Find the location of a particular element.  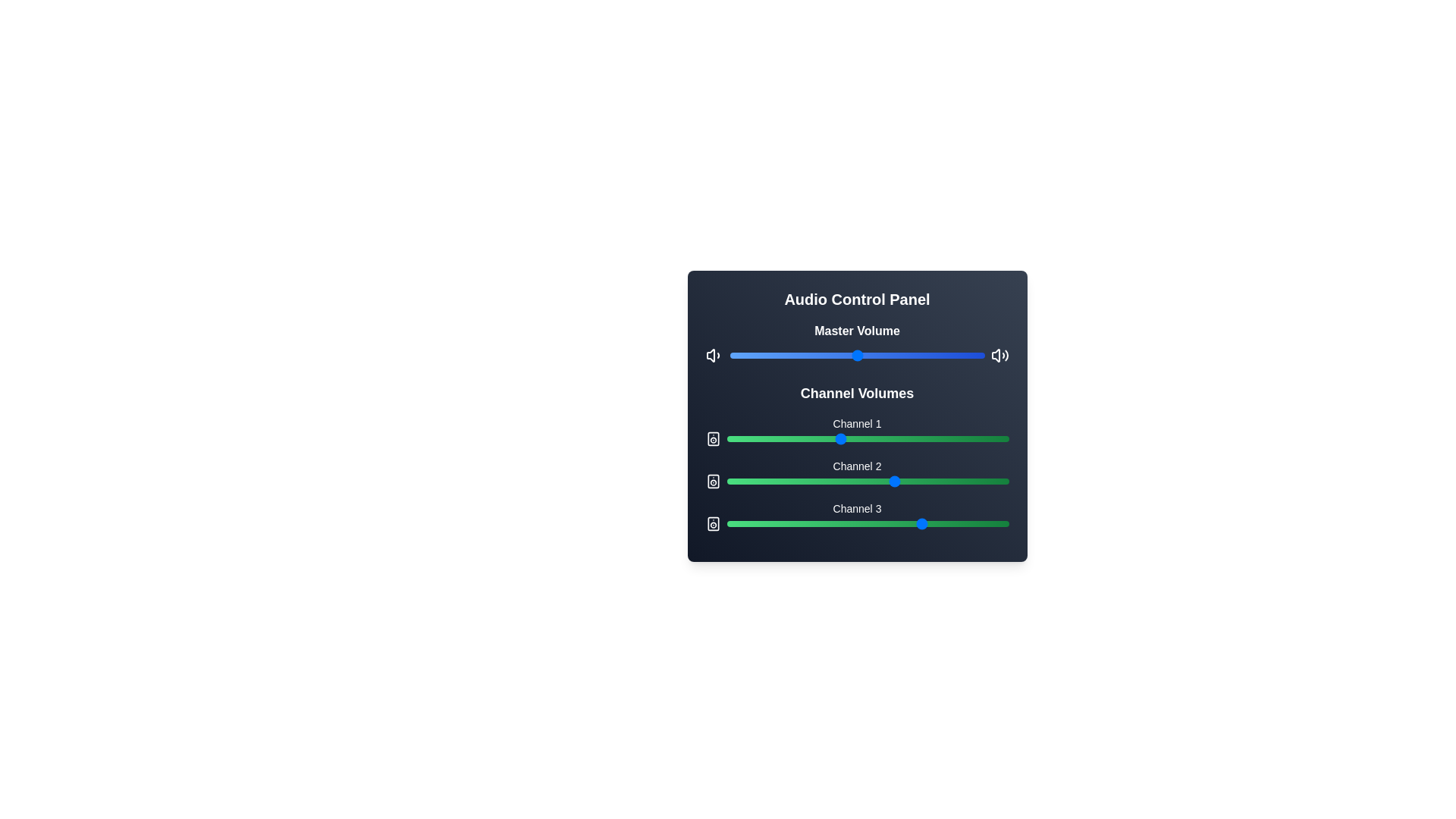

the volume of Channel 2 is located at coordinates (853, 482).